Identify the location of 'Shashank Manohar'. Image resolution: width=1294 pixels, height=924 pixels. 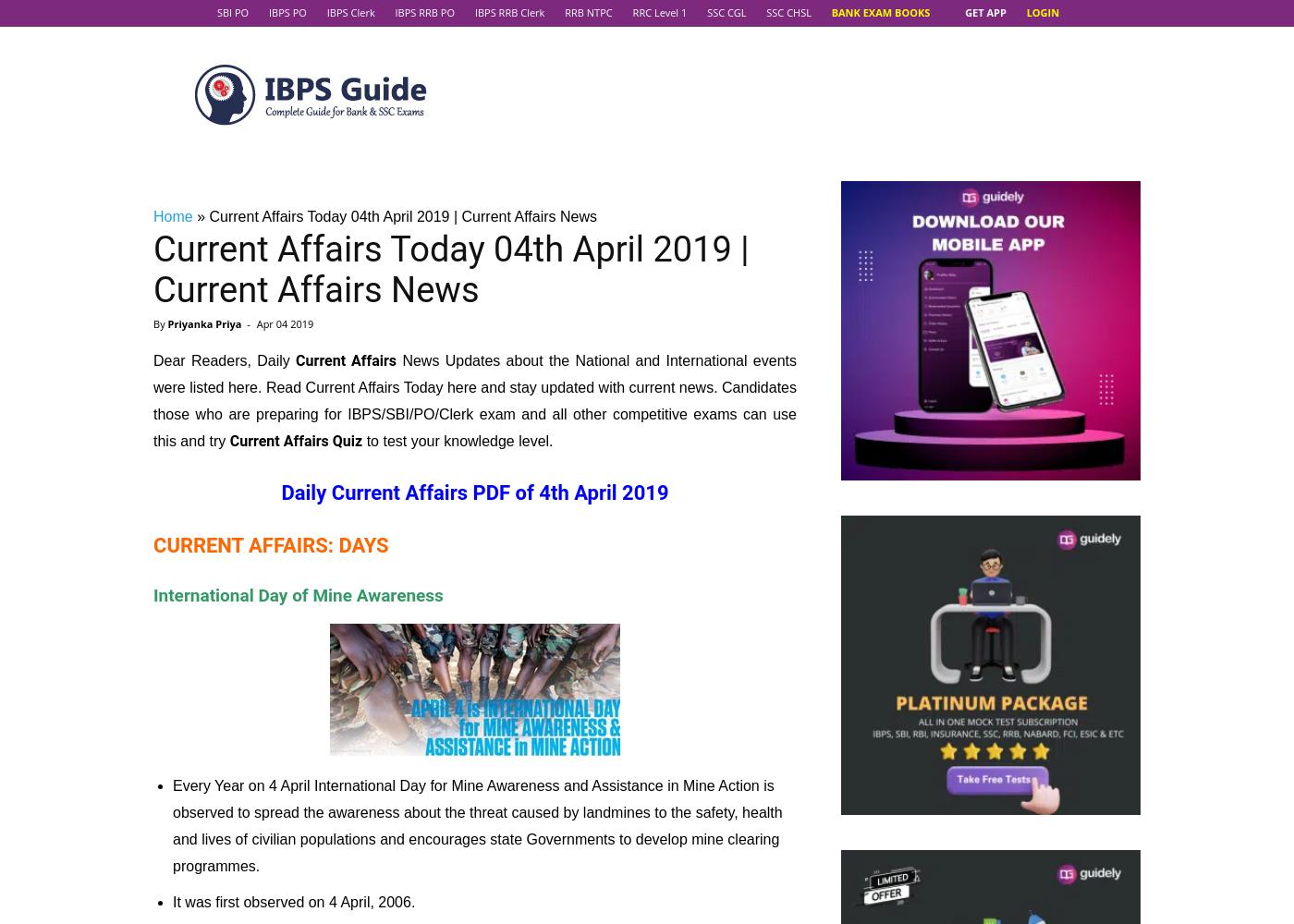
(646, 568).